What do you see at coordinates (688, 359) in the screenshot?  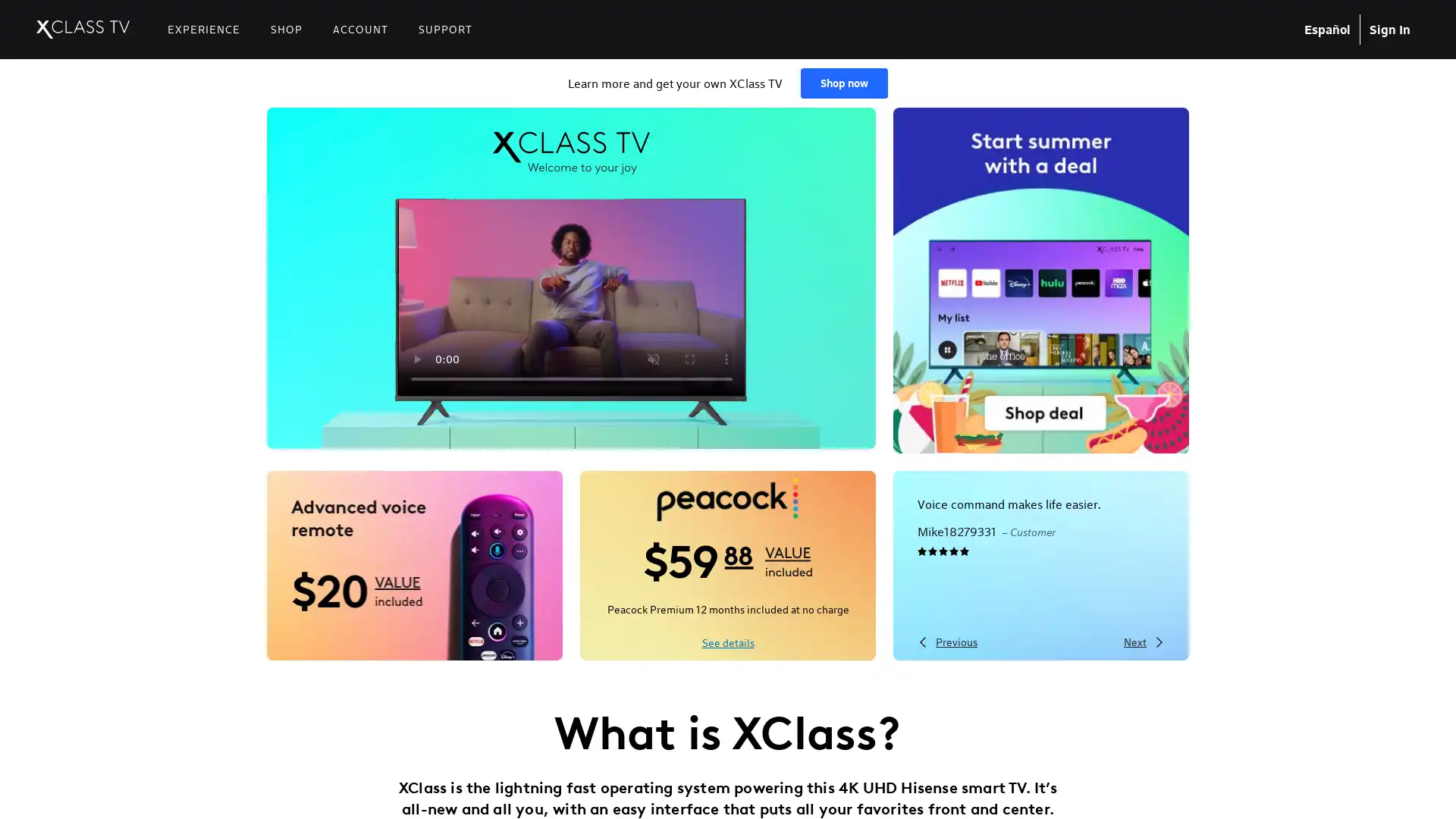 I see `enter full screen` at bounding box center [688, 359].